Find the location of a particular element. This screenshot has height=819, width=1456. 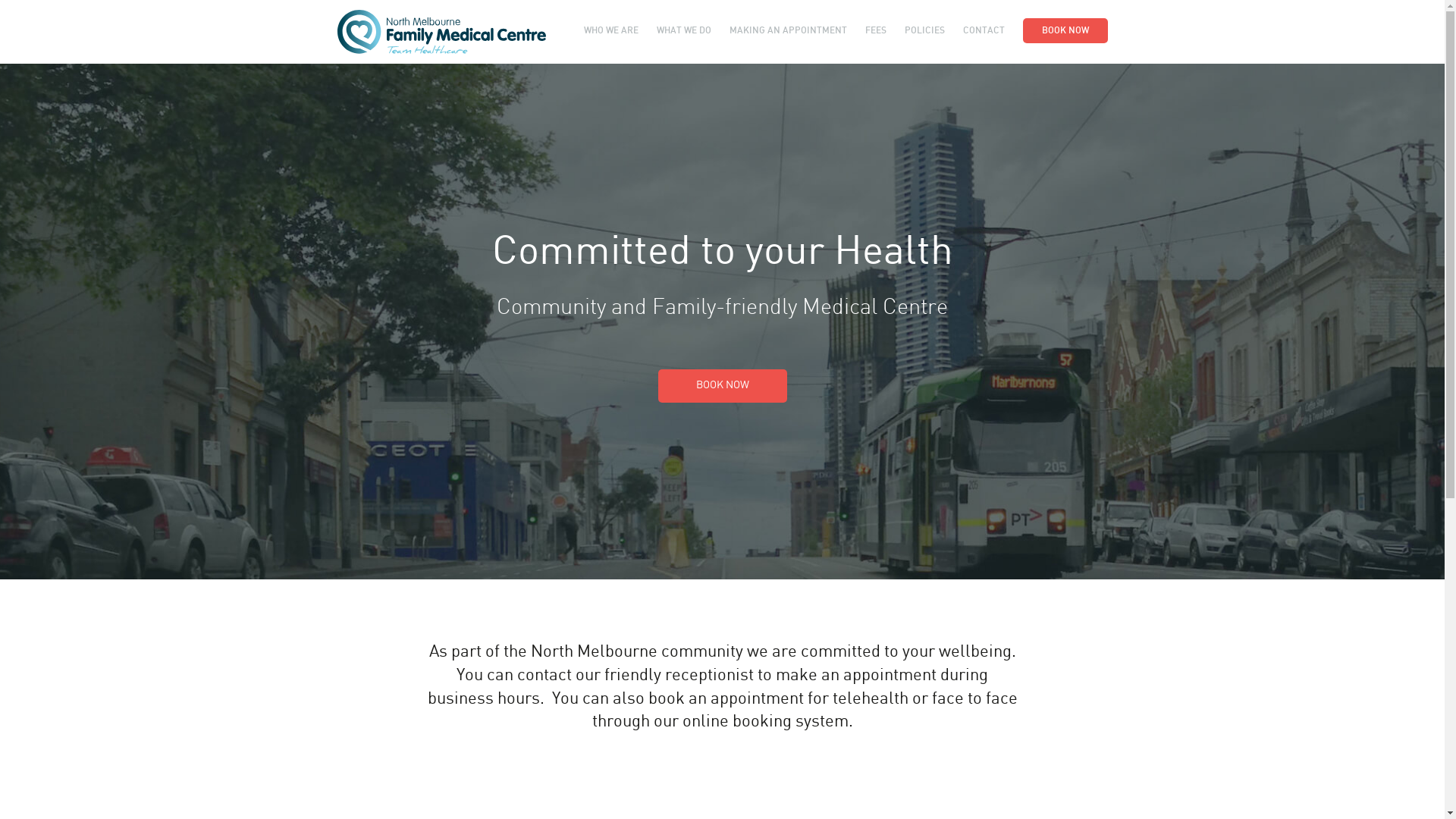

'BOOK NOW' is located at coordinates (722, 385).